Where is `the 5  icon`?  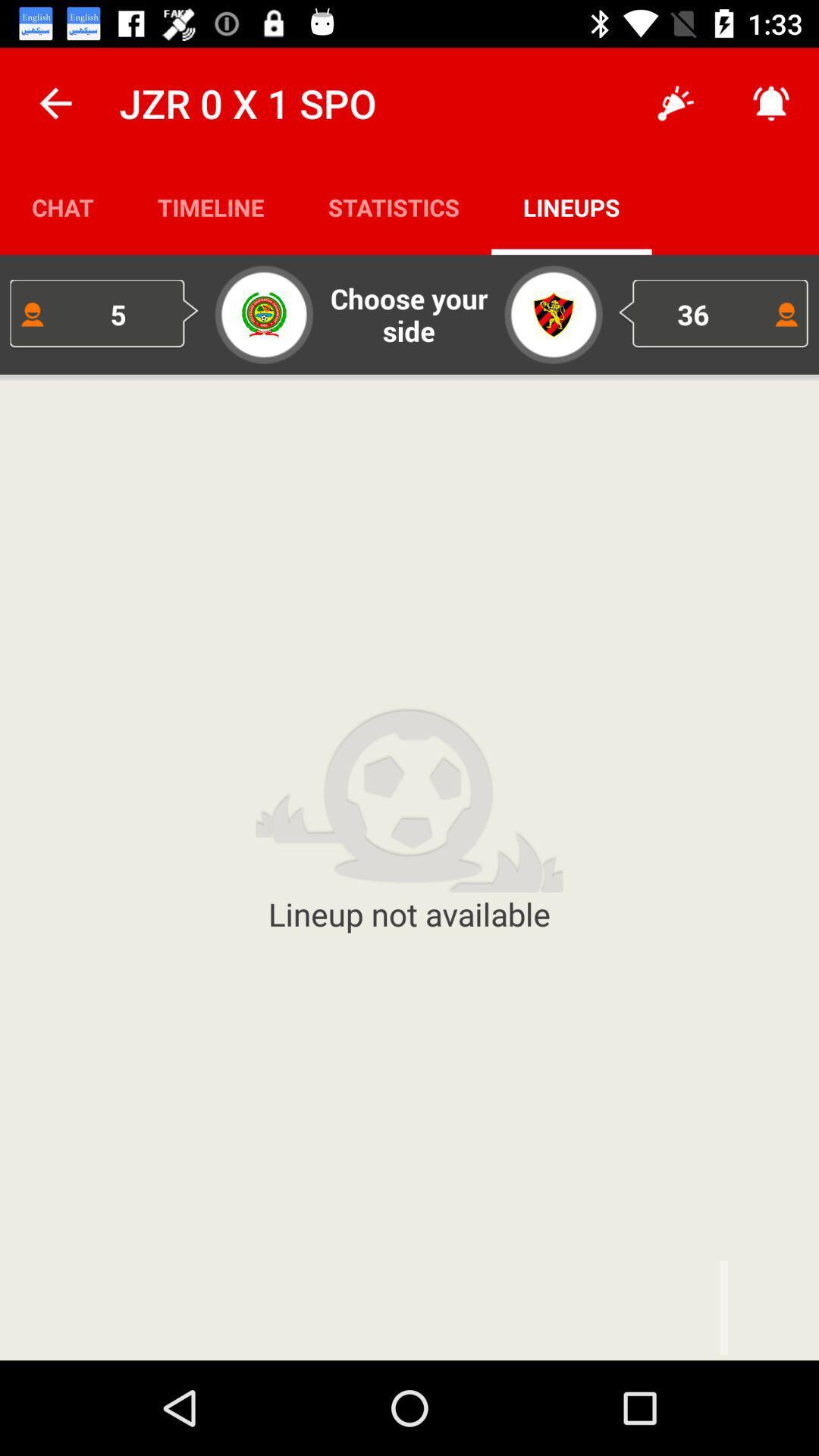
the 5  icon is located at coordinates (104, 313).